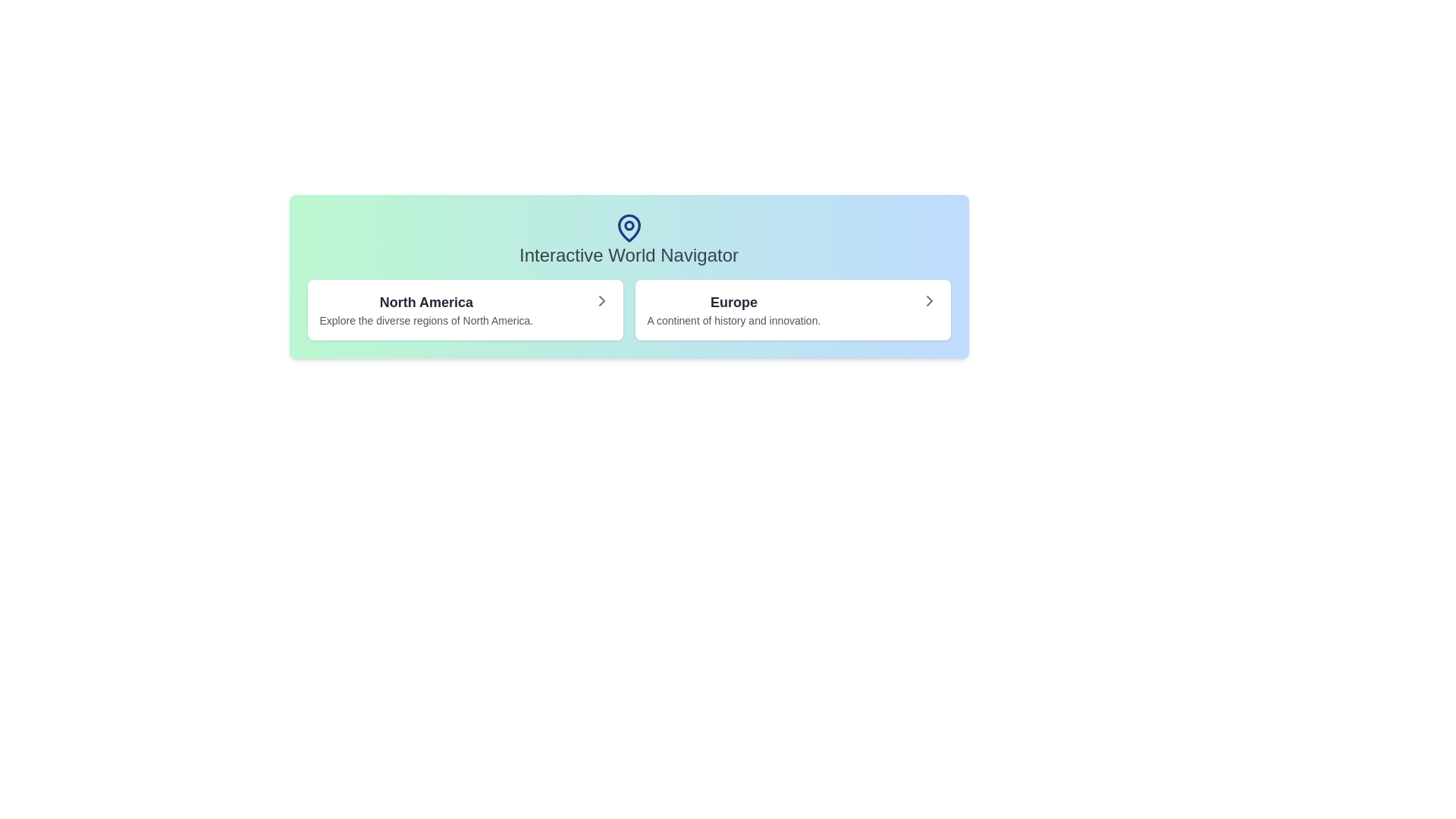 Image resolution: width=1456 pixels, height=819 pixels. Describe the element at coordinates (464, 309) in the screenshot. I see `the 'North America' navigation card, which is a rectangular card with a white background, rounded corners, and contains the title 'North America' in bold text along with a description about exploring North America` at that location.